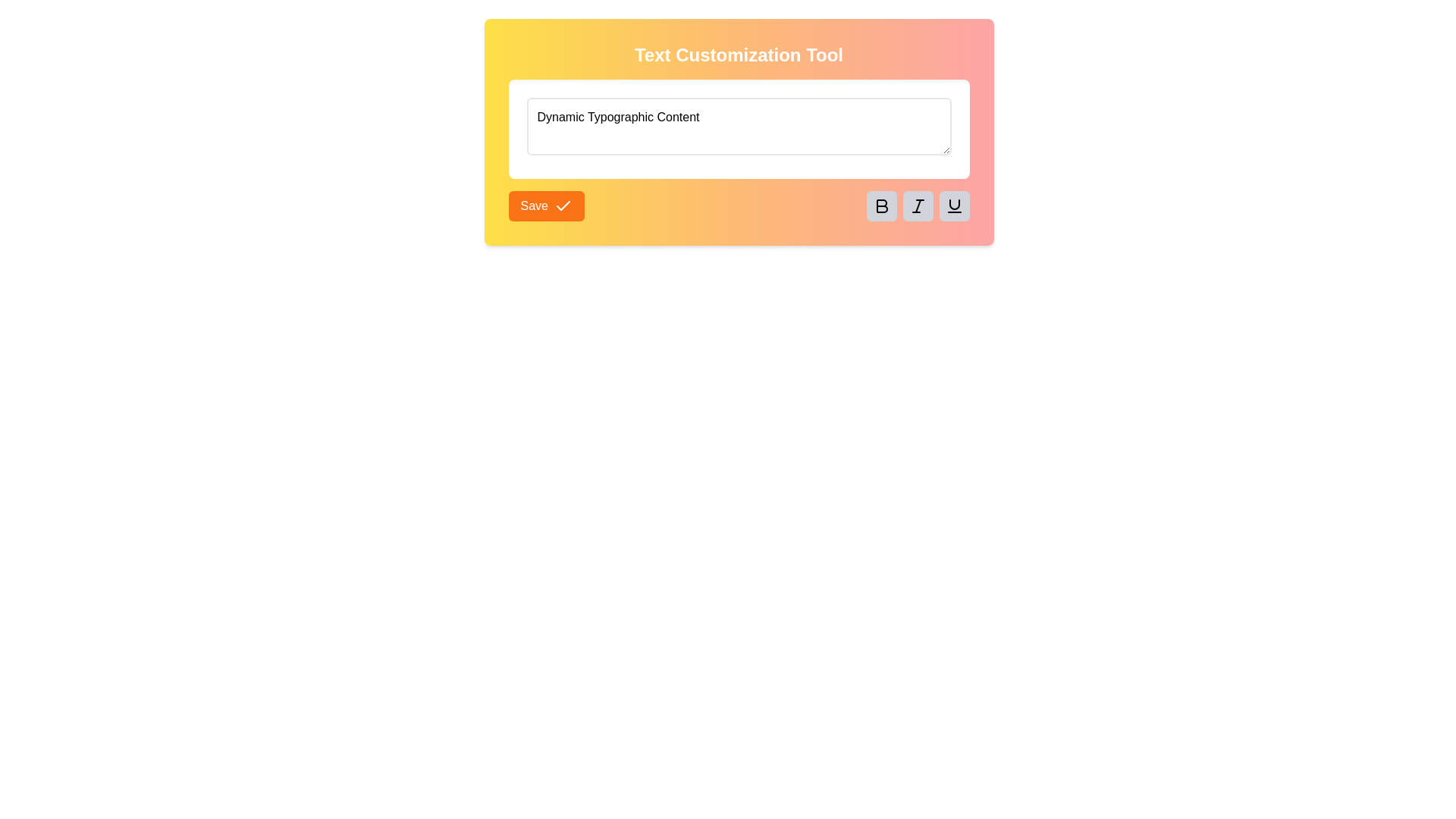  Describe the element at coordinates (546, 206) in the screenshot. I see `the rectangular orange 'Save' button with rounded corners, which displays bold white text and a checkmark icon` at that location.